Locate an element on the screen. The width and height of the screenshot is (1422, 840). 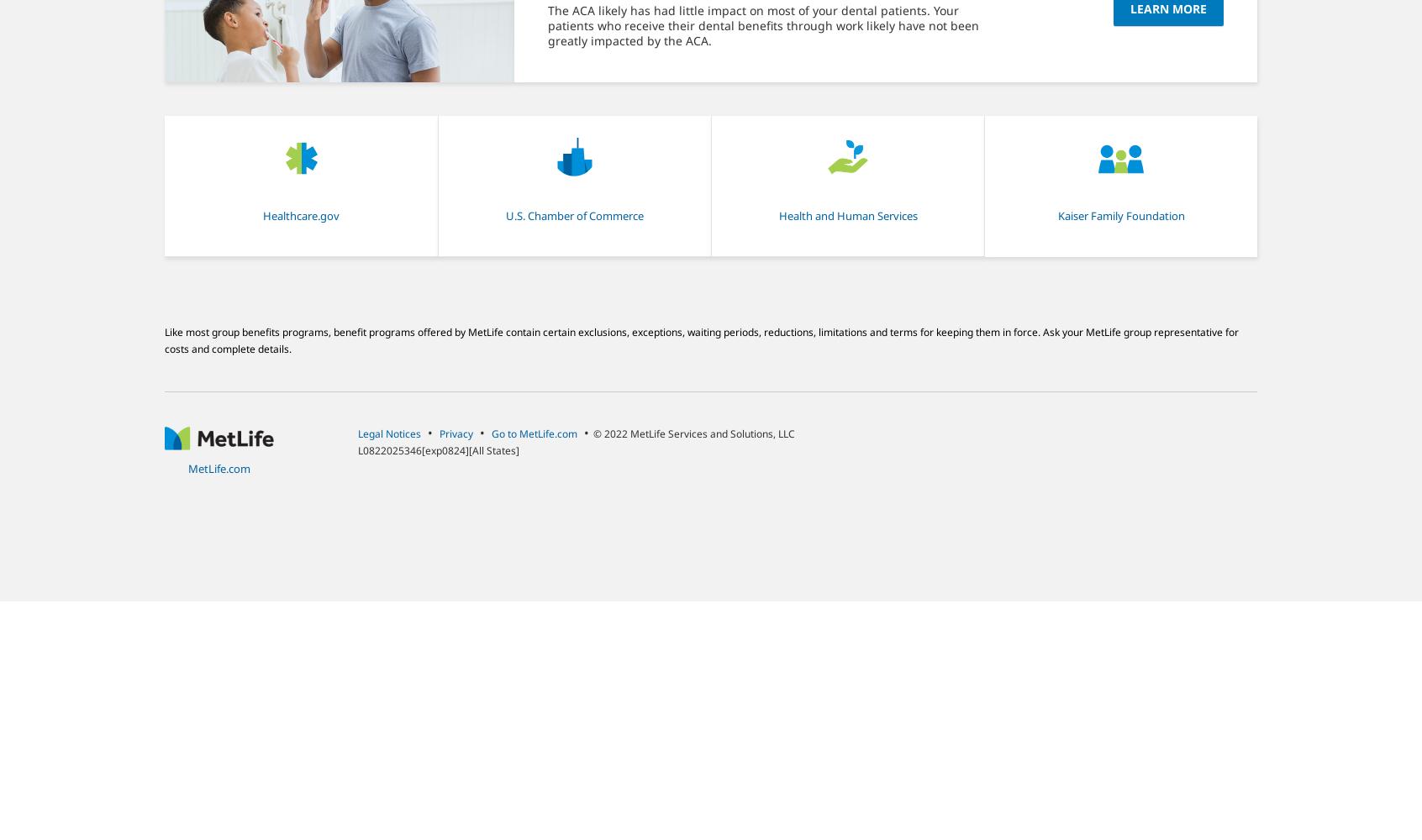
'Go to MetLife.com' is located at coordinates (535, 433).